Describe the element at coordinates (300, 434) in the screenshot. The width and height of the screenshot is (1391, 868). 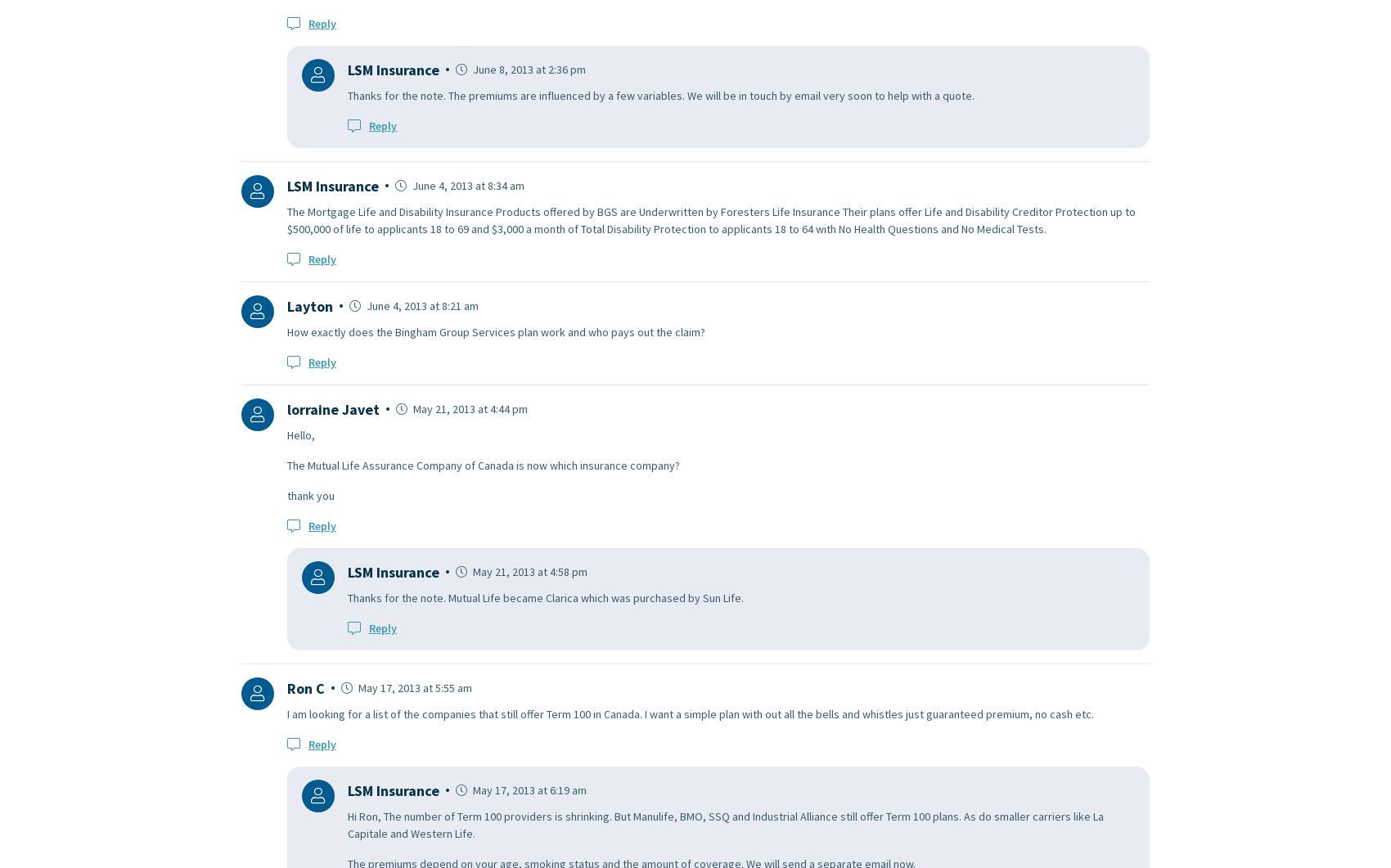
I see `'Hello,'` at that location.